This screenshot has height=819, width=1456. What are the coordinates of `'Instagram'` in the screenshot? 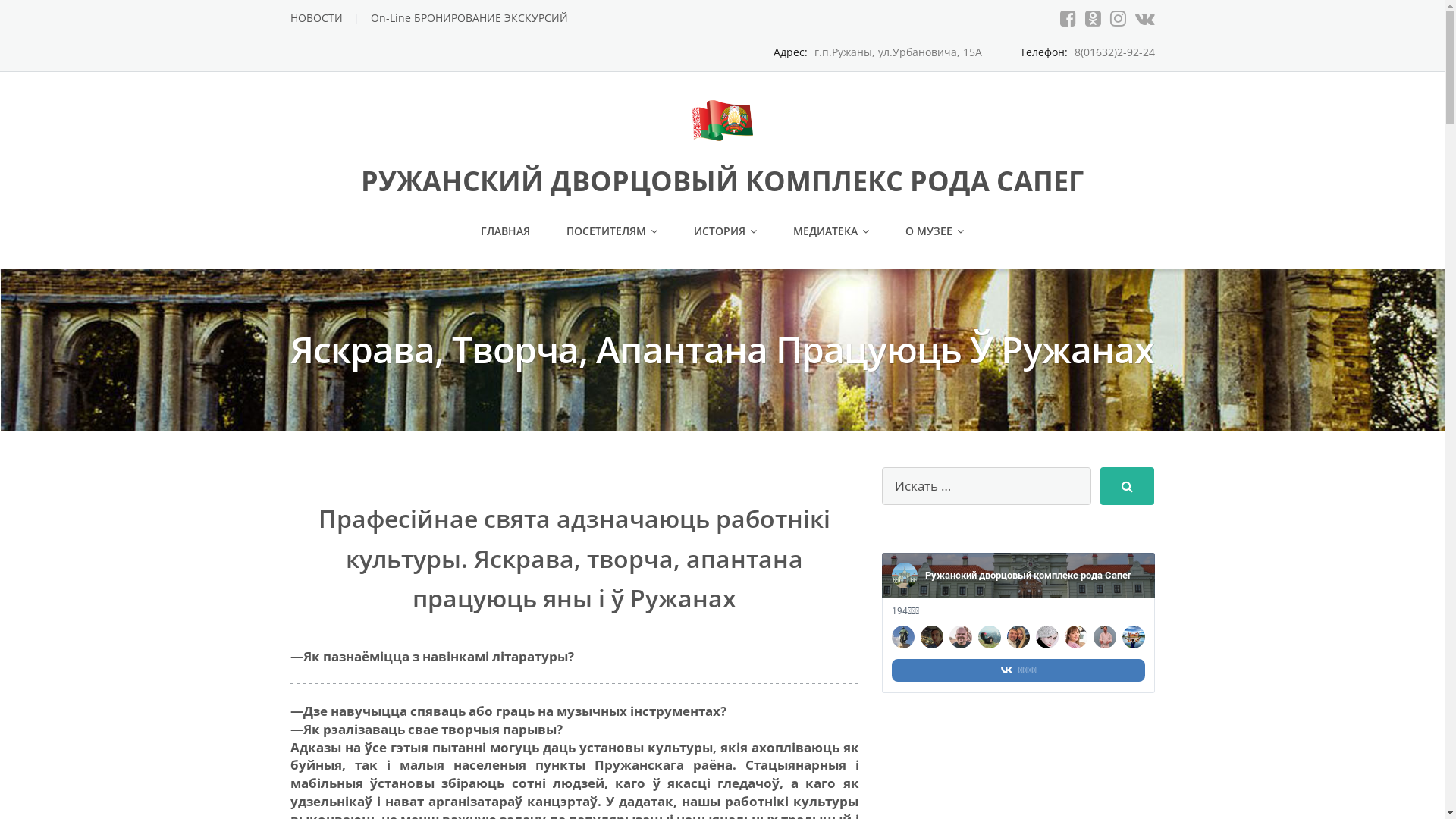 It's located at (1118, 17).